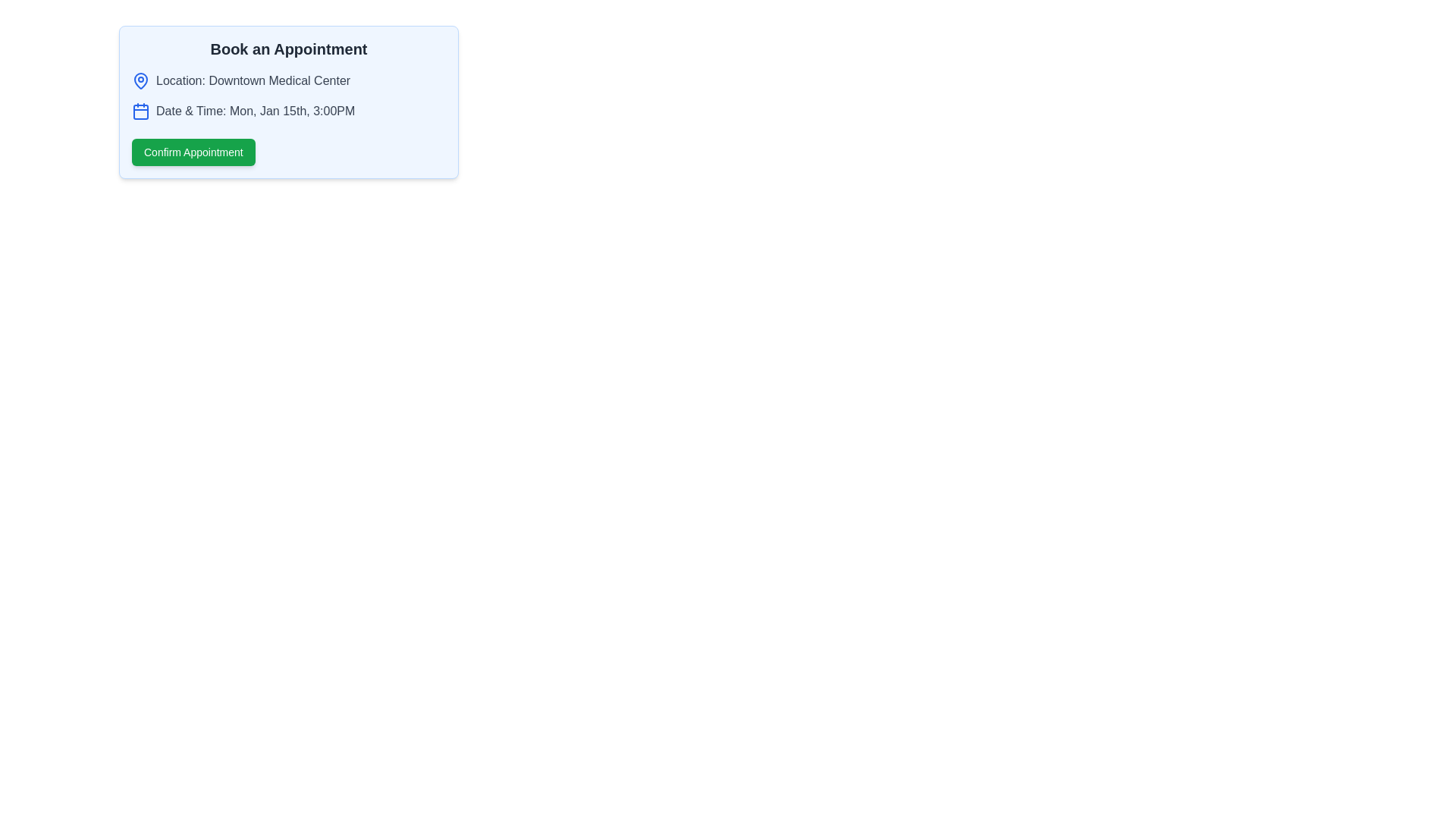 Image resolution: width=1456 pixels, height=819 pixels. What do you see at coordinates (288, 110) in the screenshot?
I see `the 'Appointment Date and Time' Text with Icon located below the 'Location: Downtown Medical Center' text and above the 'Confirm Appointment' button in the 'Book an Appointment' section` at bounding box center [288, 110].